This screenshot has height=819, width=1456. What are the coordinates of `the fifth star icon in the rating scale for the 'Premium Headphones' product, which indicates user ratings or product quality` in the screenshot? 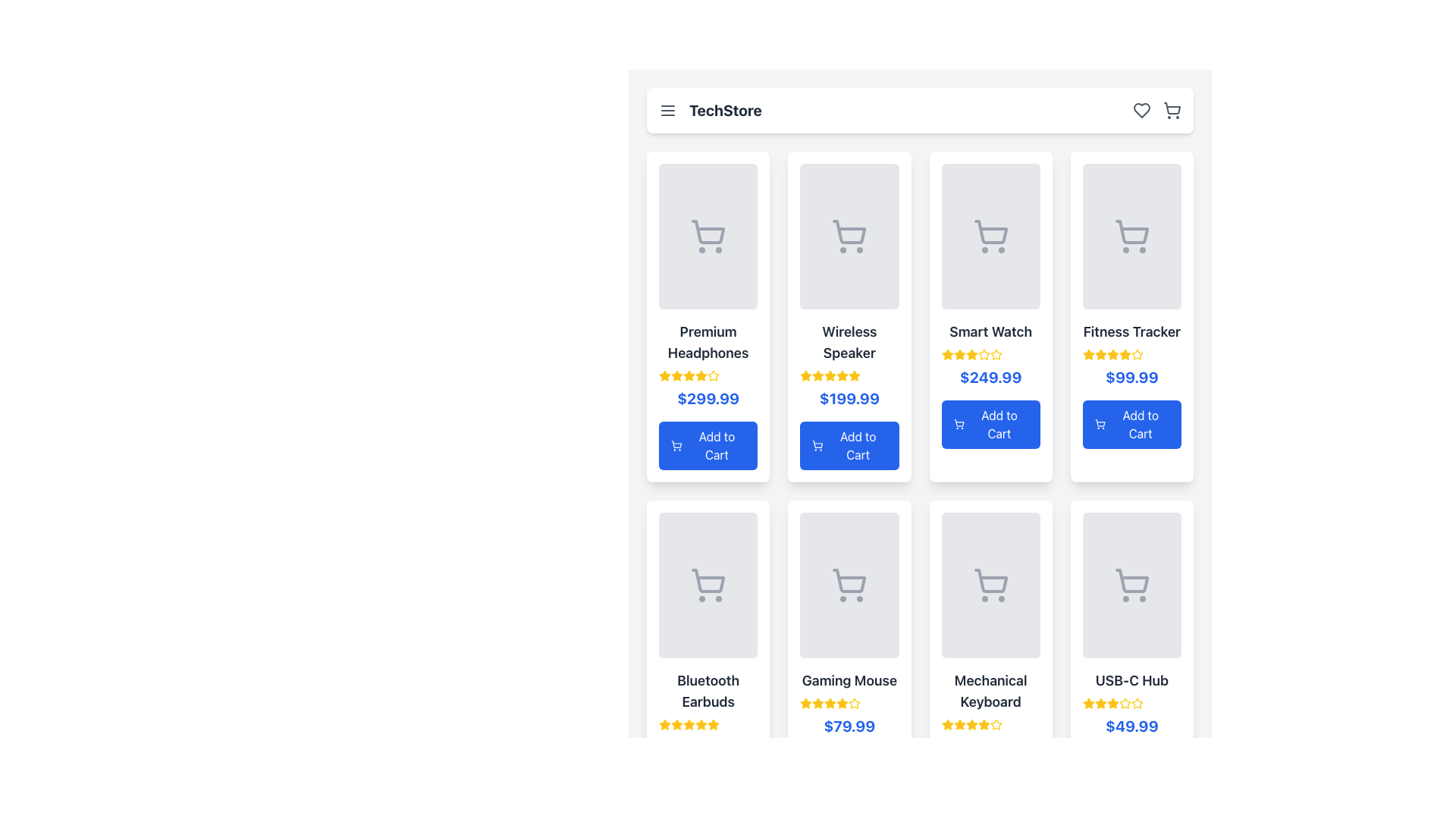 It's located at (712, 375).